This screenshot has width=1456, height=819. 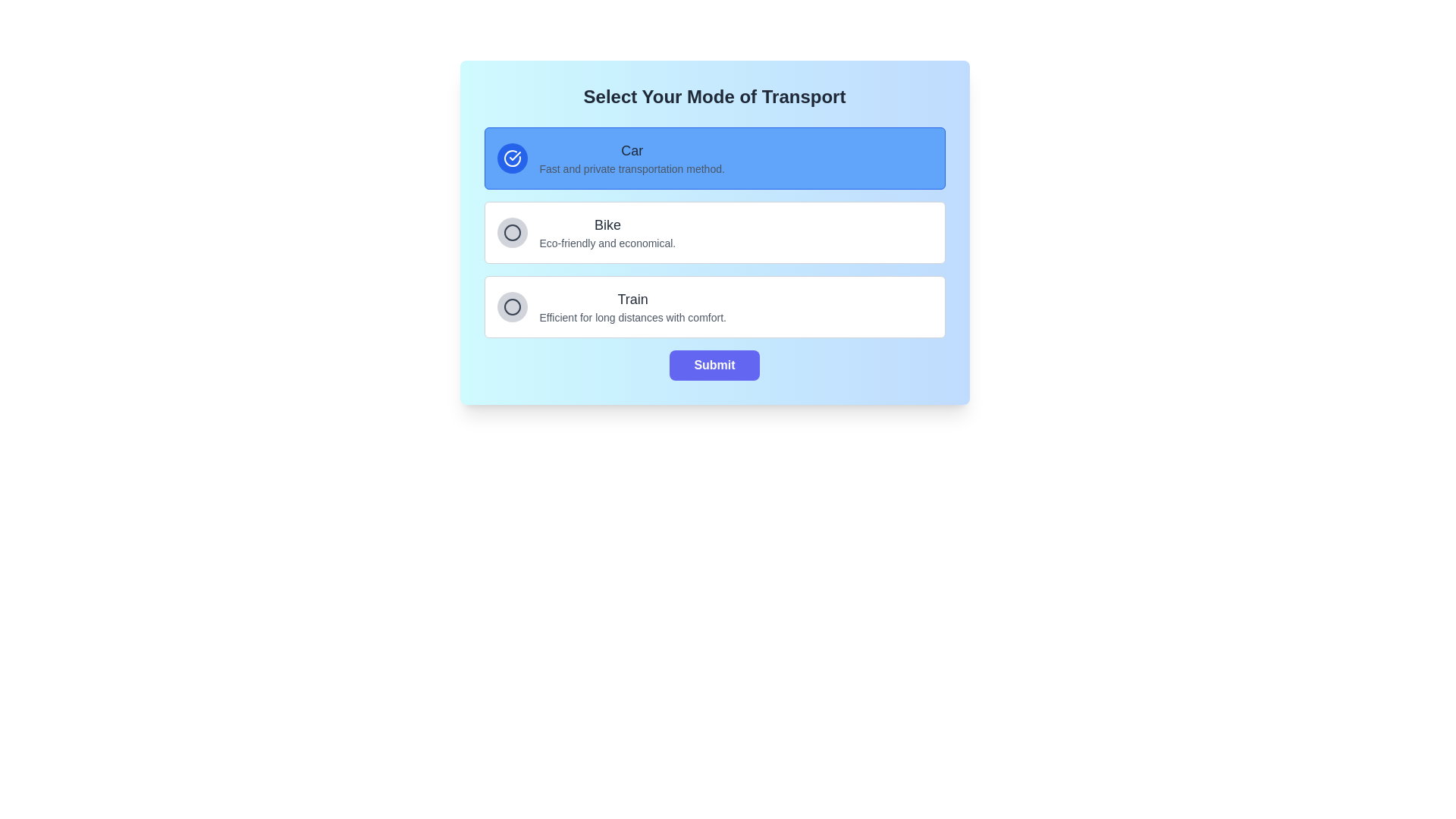 What do you see at coordinates (512, 233) in the screenshot?
I see `the radio button on the left side of the 'Bike' option` at bounding box center [512, 233].